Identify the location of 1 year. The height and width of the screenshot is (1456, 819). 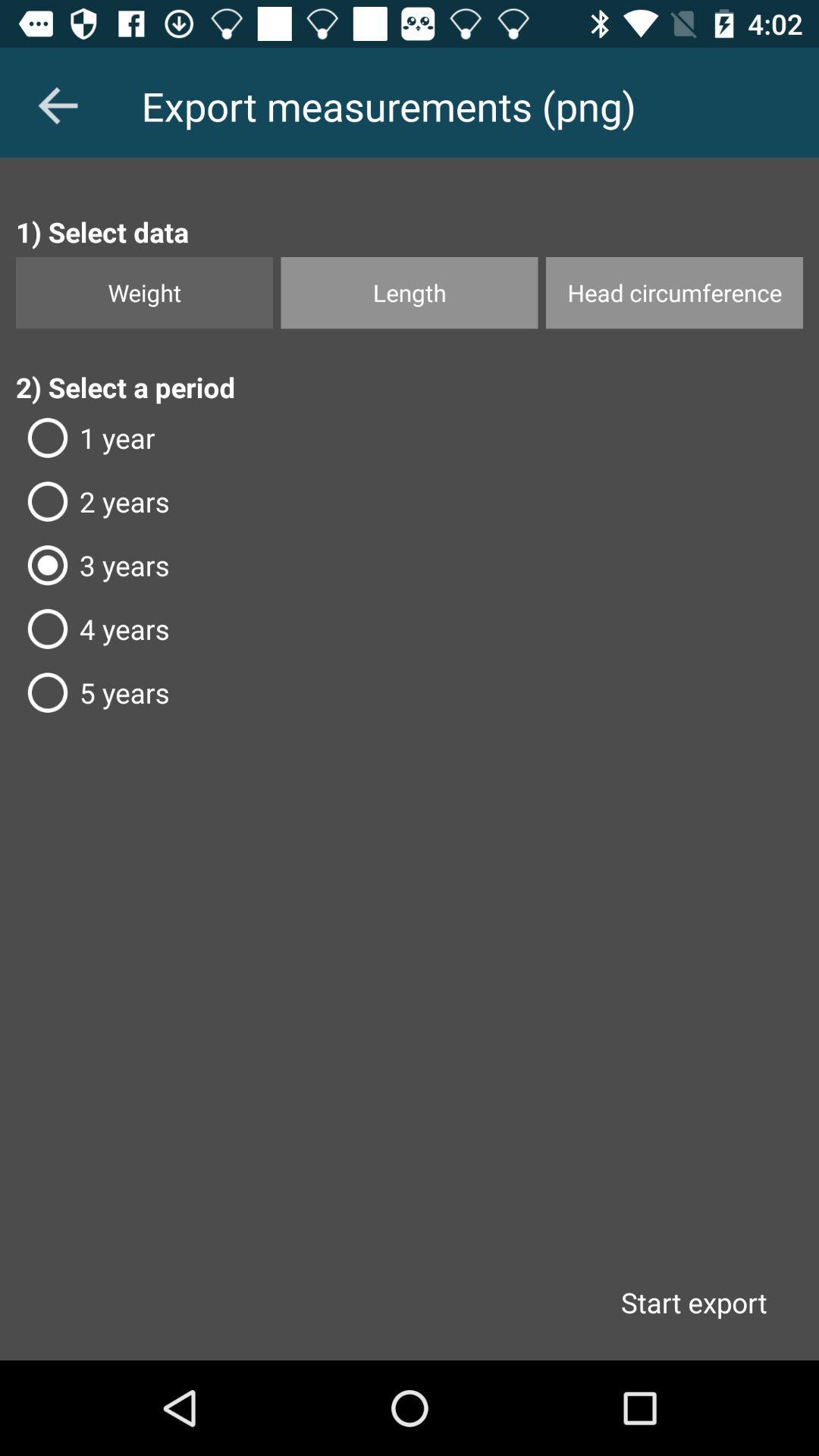
(409, 437).